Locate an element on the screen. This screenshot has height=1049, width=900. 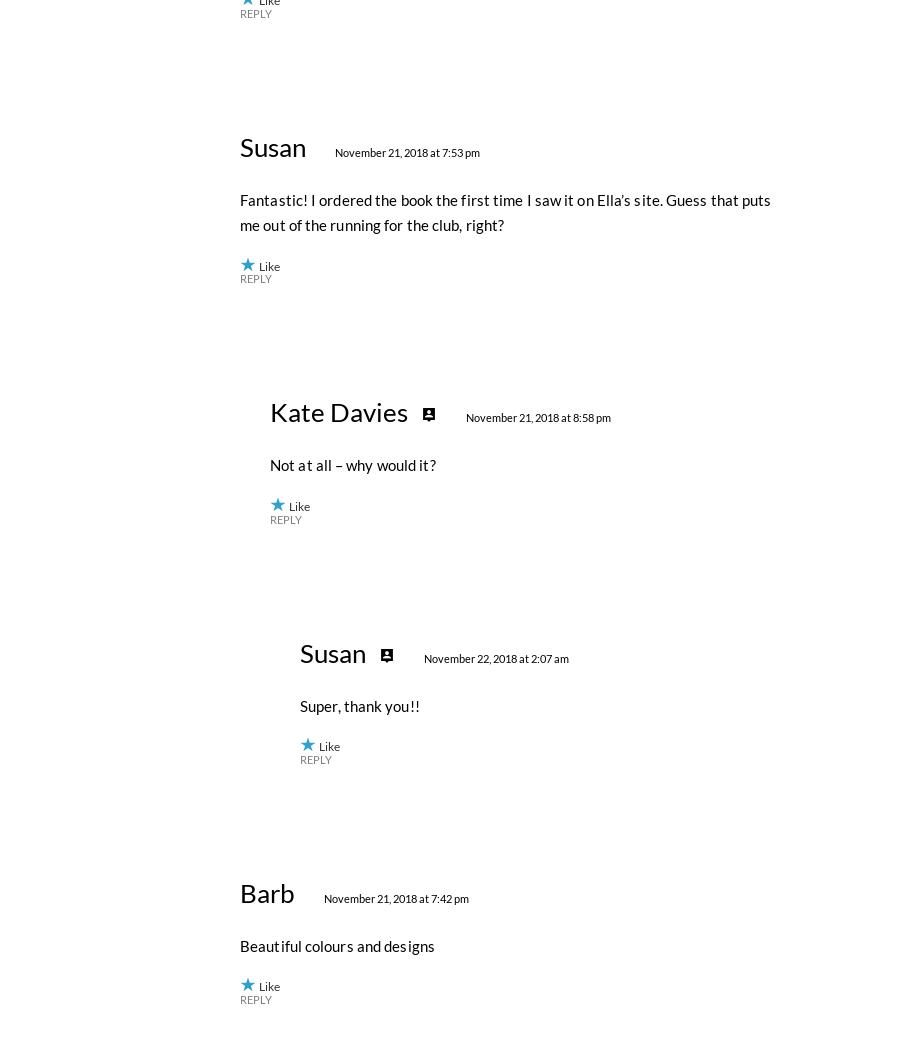
'Fantastic!  I ordered the book the first time I saw it on Ella’s site.  Guess that puts me out of the running for the club, right?' is located at coordinates (504, 650).